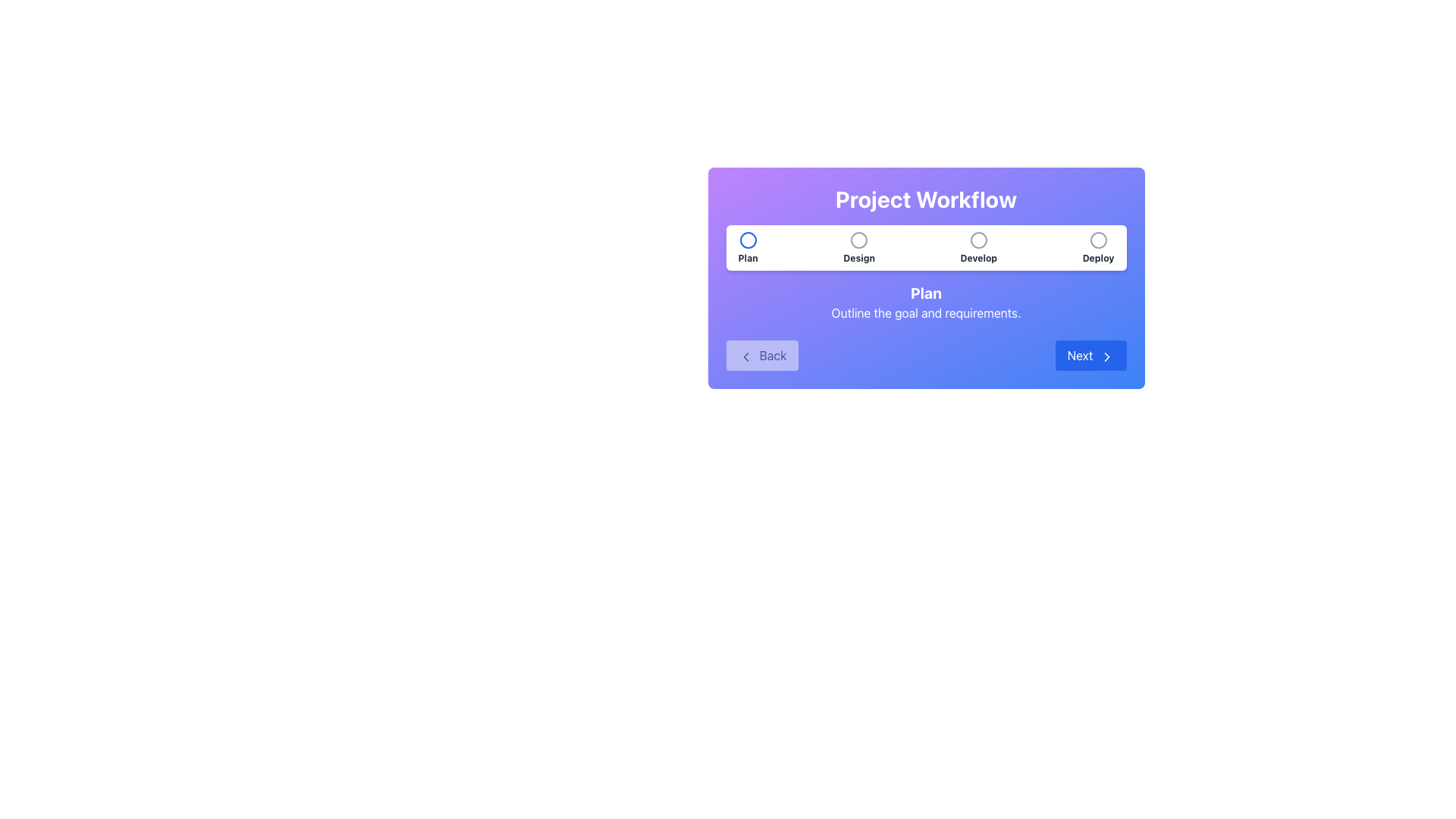  Describe the element at coordinates (1098, 247) in the screenshot. I see `the non-interactive icon-text combination indicating the 'Deploy' step in the workflow process, positioned at the far right of the sequence under the 'Project Workflow' heading` at that location.